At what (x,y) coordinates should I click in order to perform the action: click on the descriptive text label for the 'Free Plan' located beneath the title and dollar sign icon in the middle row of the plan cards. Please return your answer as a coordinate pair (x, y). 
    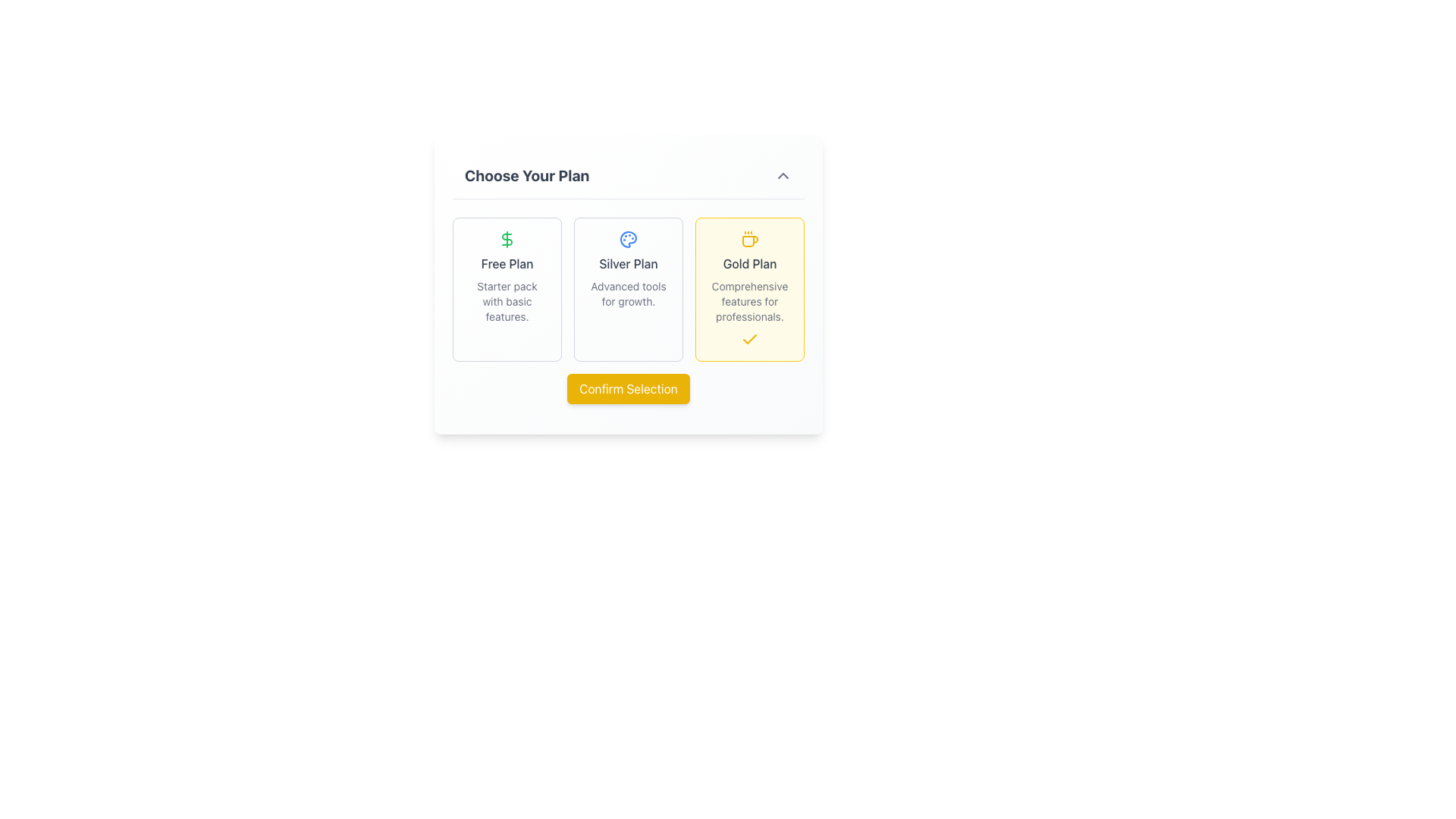
    Looking at the image, I should click on (507, 301).